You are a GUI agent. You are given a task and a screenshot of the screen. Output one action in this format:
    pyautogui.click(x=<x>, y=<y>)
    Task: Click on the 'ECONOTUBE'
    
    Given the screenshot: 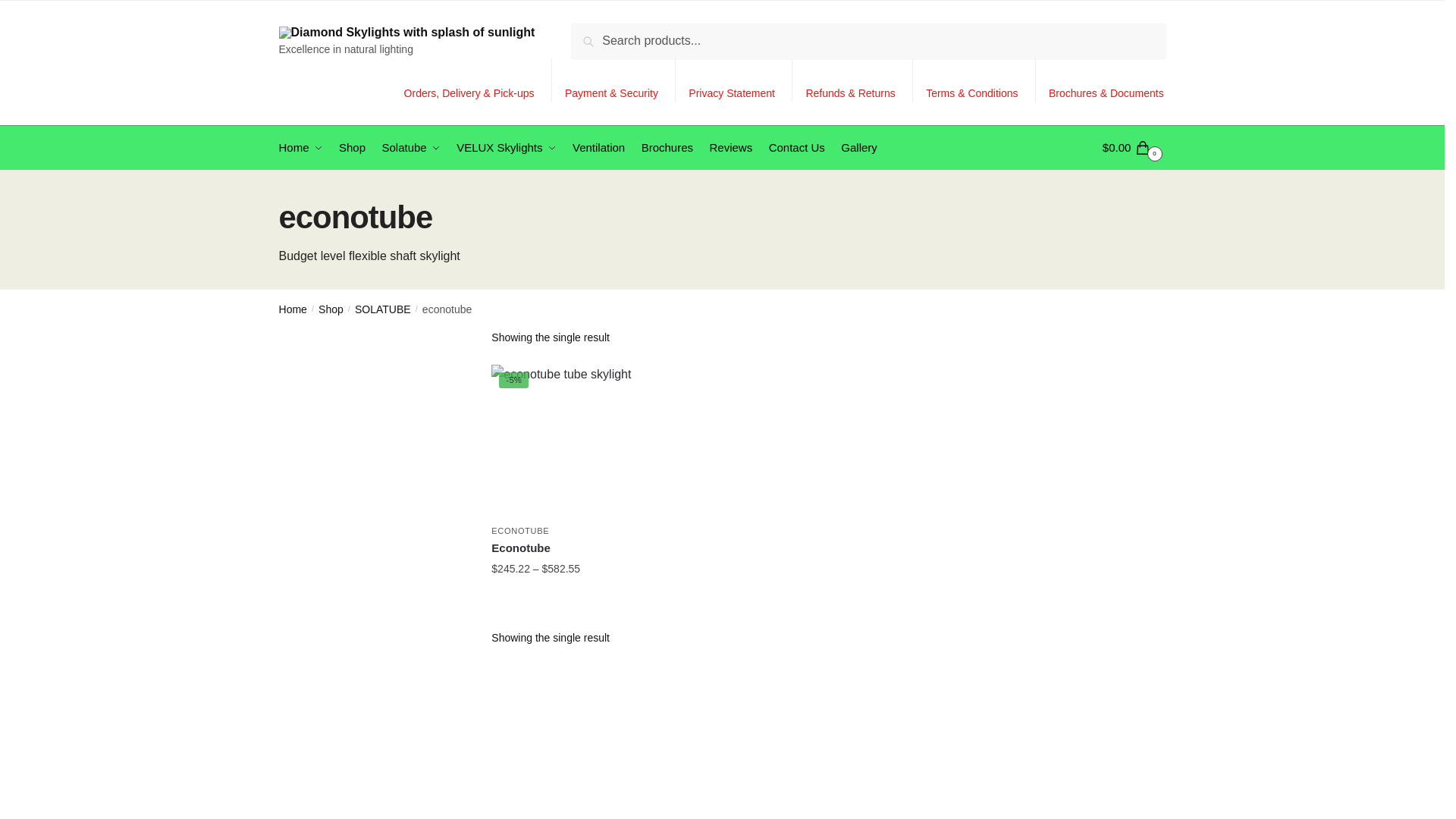 What is the action you would take?
    pyautogui.click(x=520, y=529)
    